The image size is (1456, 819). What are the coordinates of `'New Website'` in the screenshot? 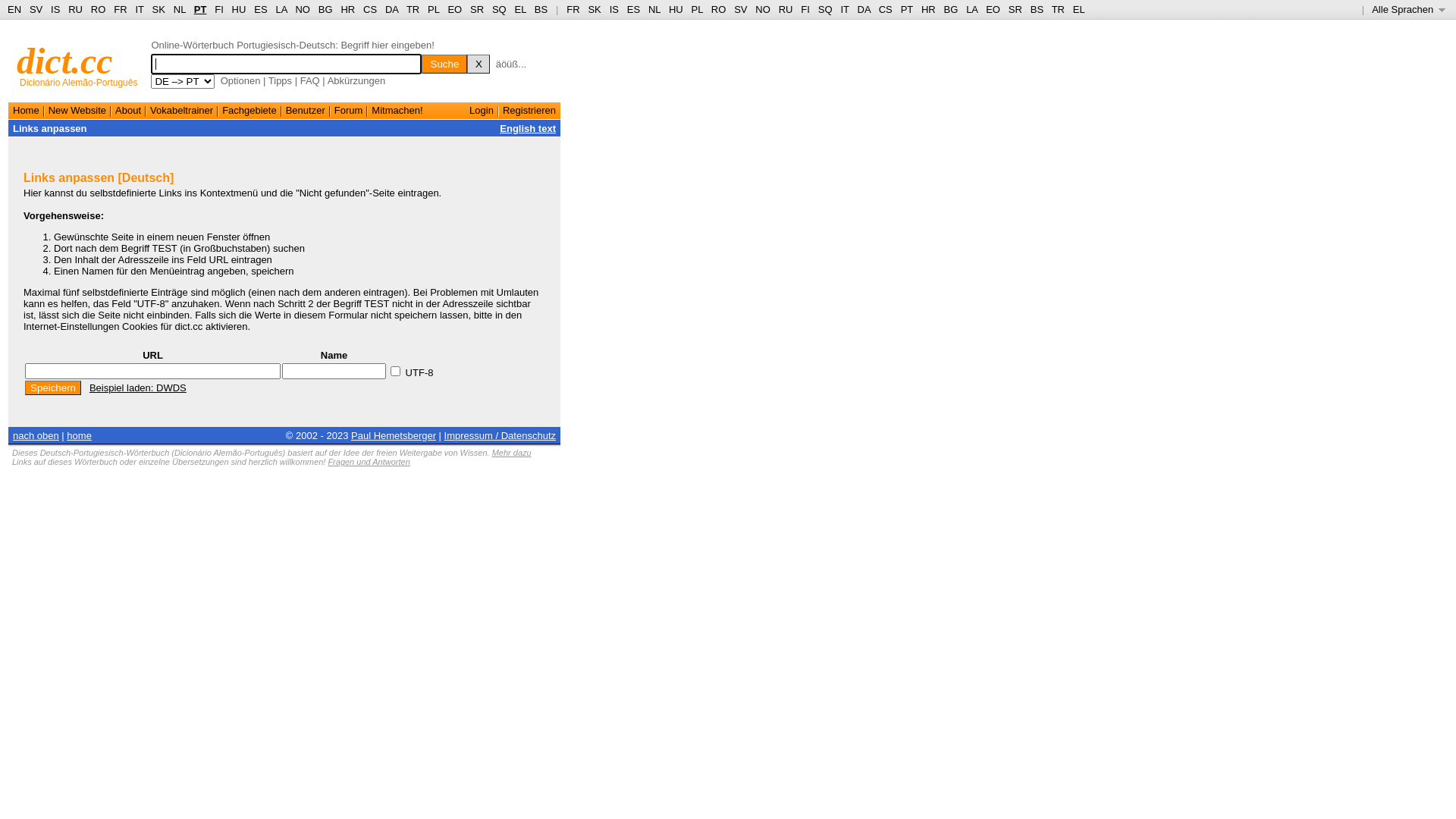 It's located at (76, 109).